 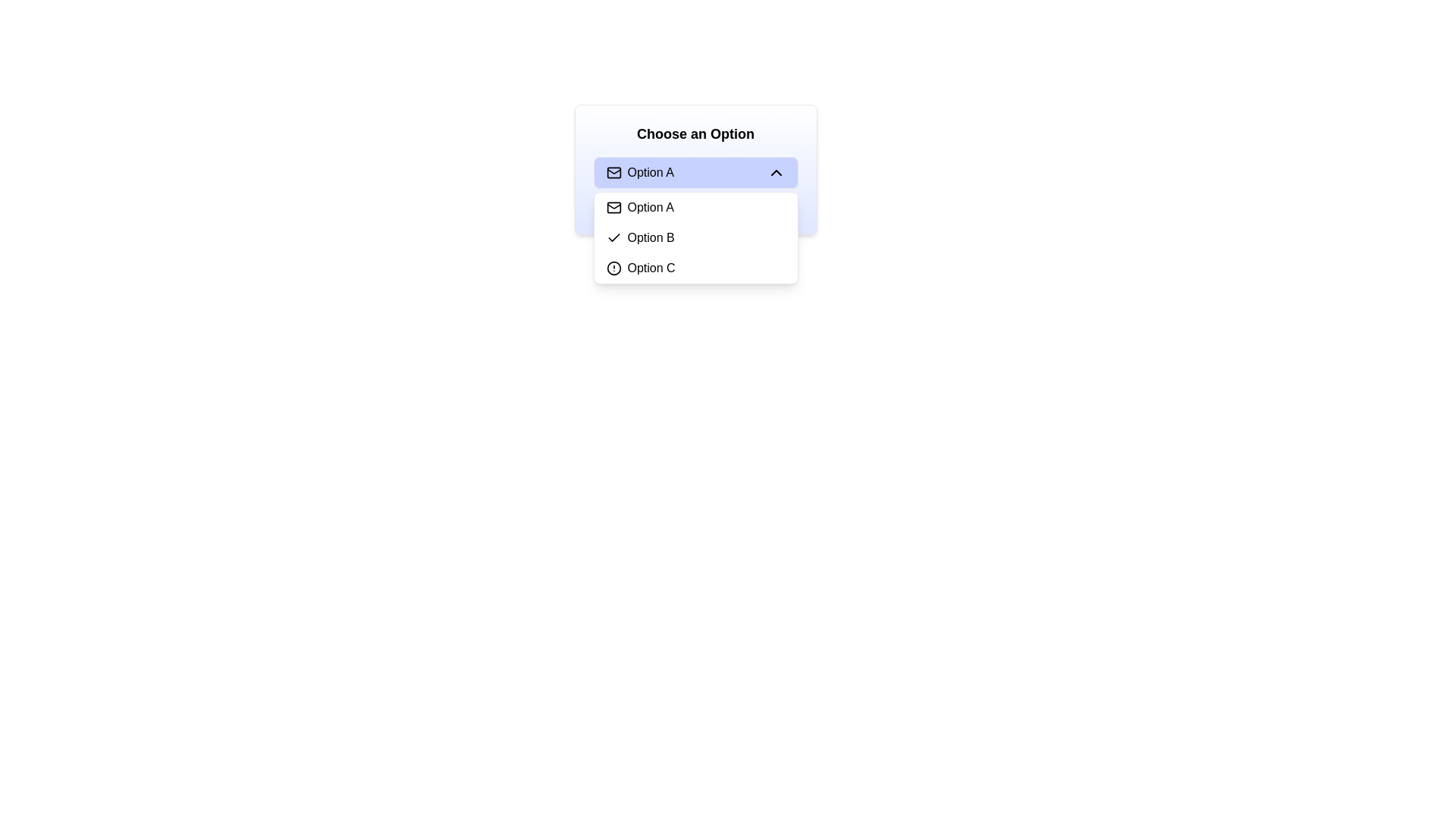 What do you see at coordinates (613, 268) in the screenshot?
I see `the circle SVG shape that indicates the alert status for the 'Option C' dropdown, located to the left of the 'Option C' text in the dropdown menu` at bounding box center [613, 268].